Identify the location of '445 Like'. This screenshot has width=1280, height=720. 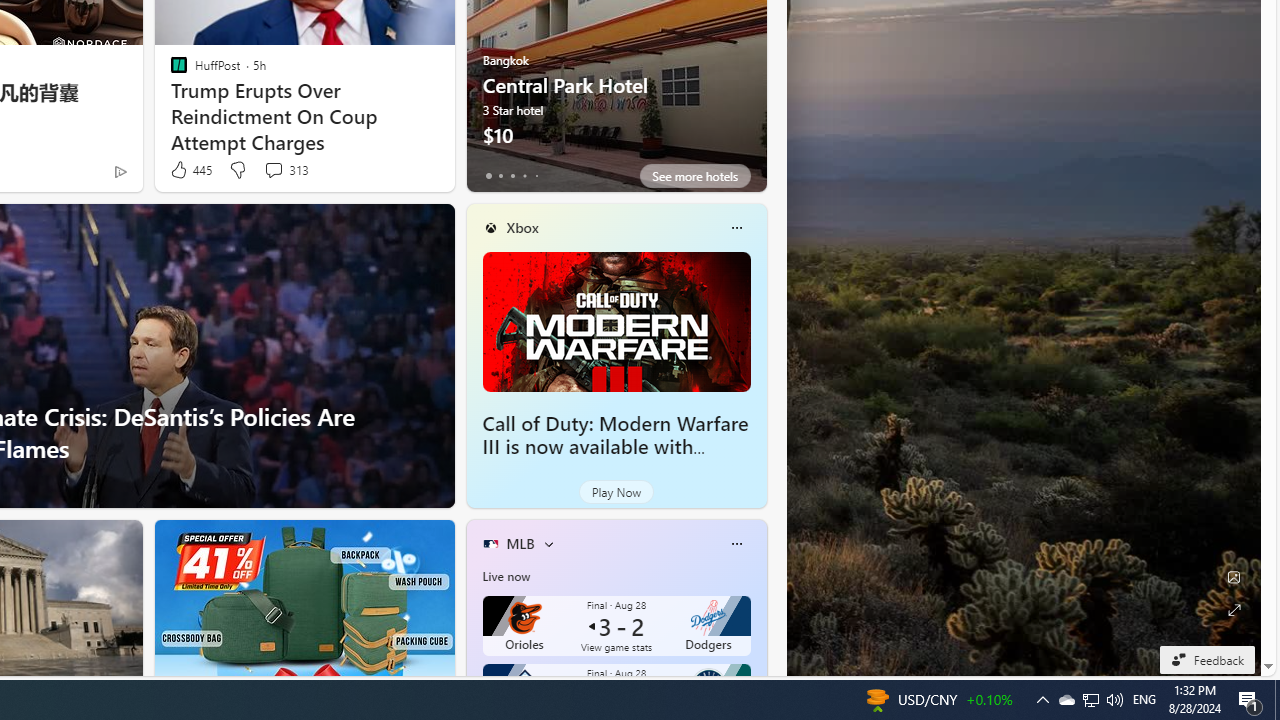
(190, 169).